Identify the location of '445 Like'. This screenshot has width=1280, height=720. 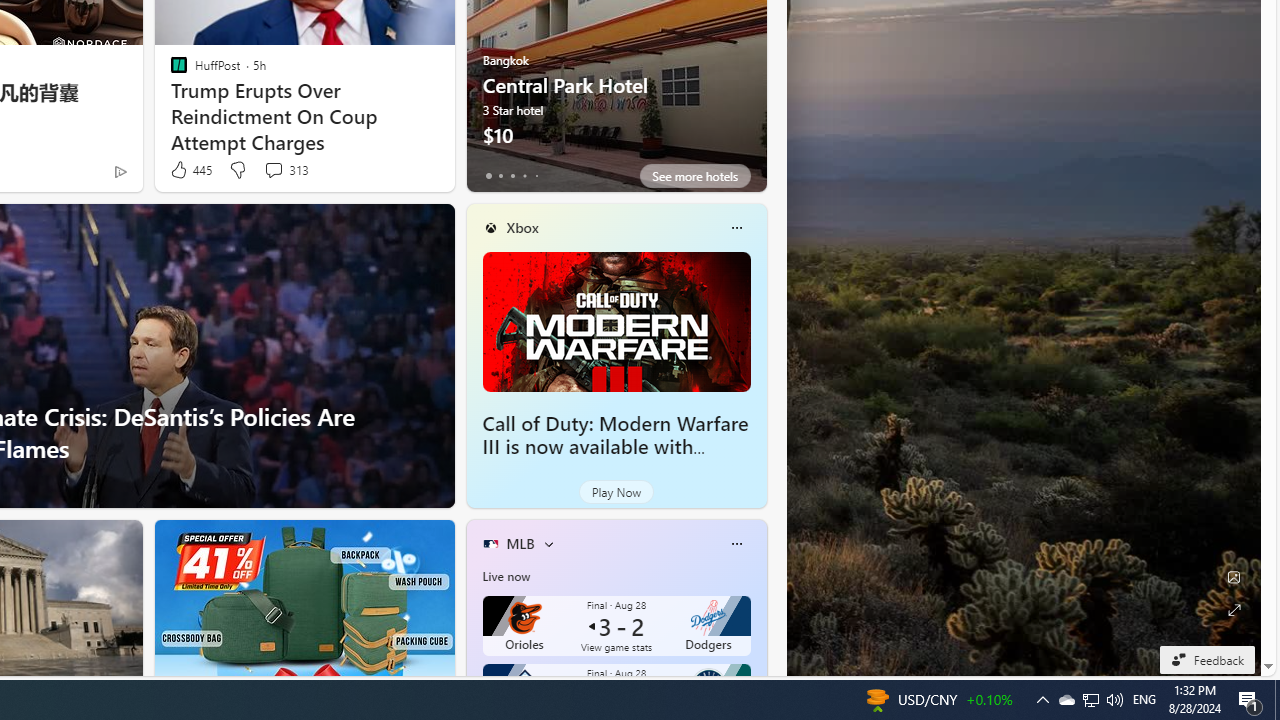
(190, 169).